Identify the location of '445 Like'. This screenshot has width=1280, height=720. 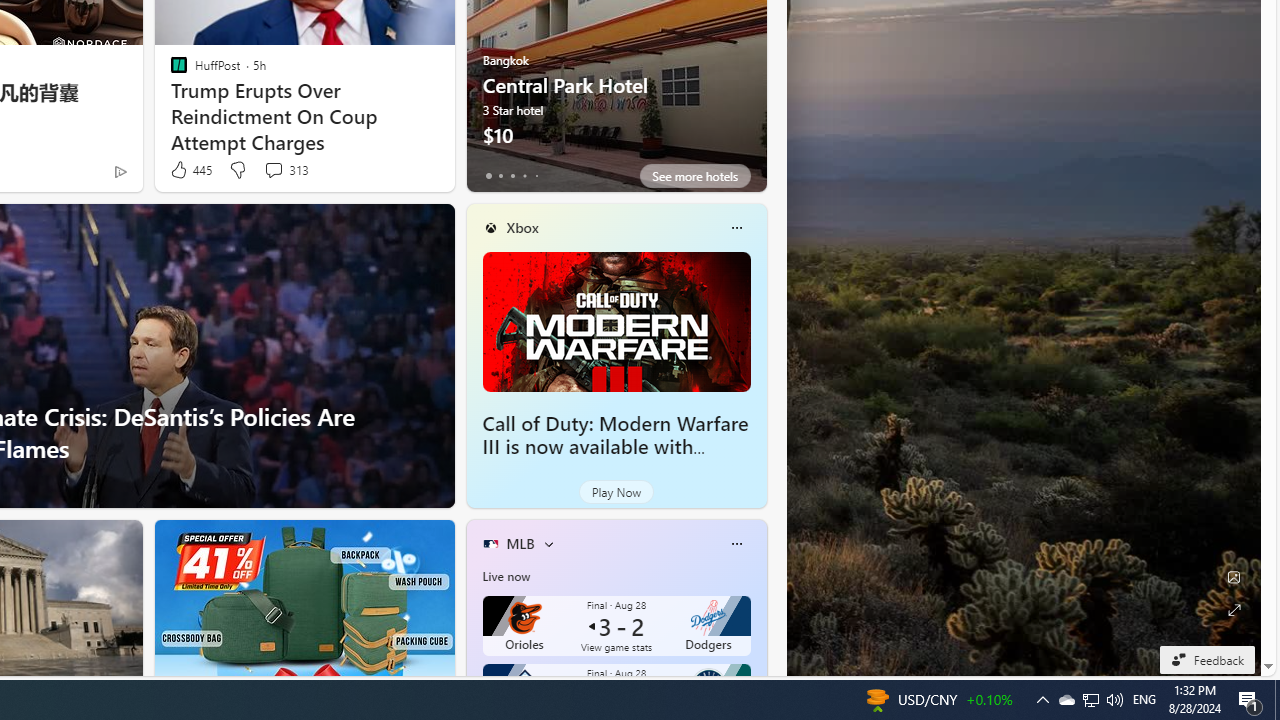
(190, 169).